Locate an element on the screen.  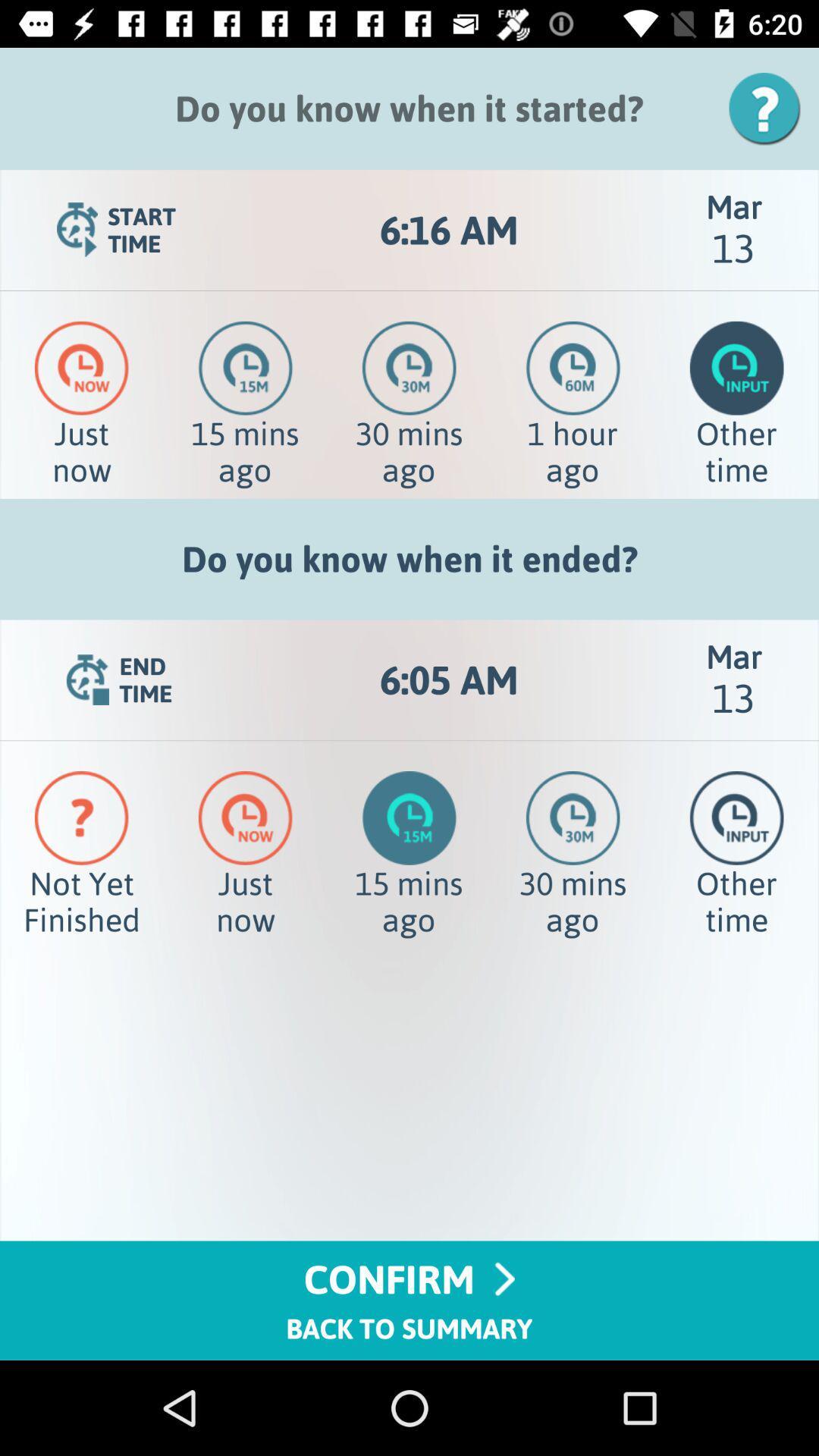
the time icon is located at coordinates (245, 368).